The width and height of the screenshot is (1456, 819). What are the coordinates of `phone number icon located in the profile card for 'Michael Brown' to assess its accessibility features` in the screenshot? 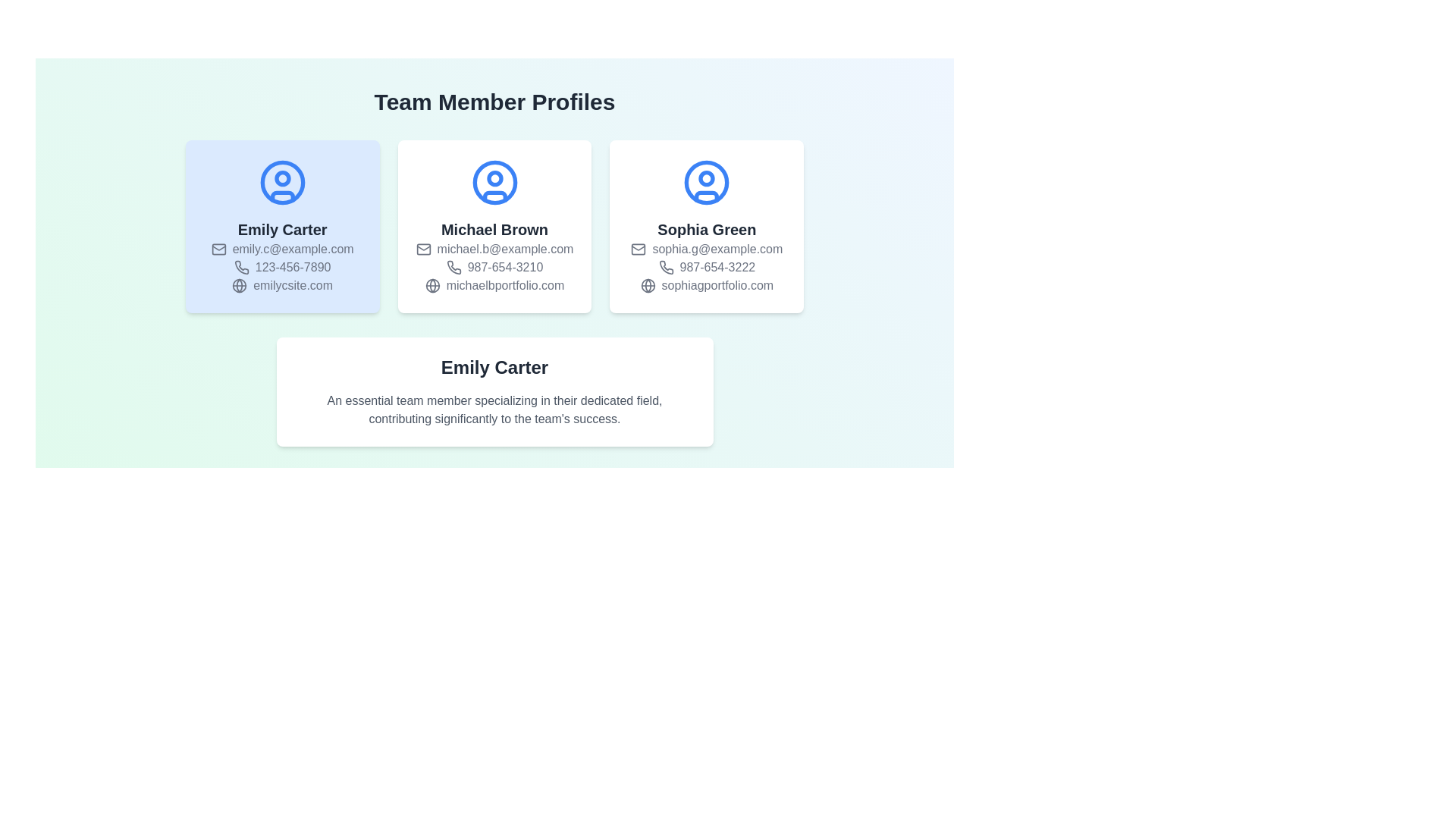 It's located at (453, 266).